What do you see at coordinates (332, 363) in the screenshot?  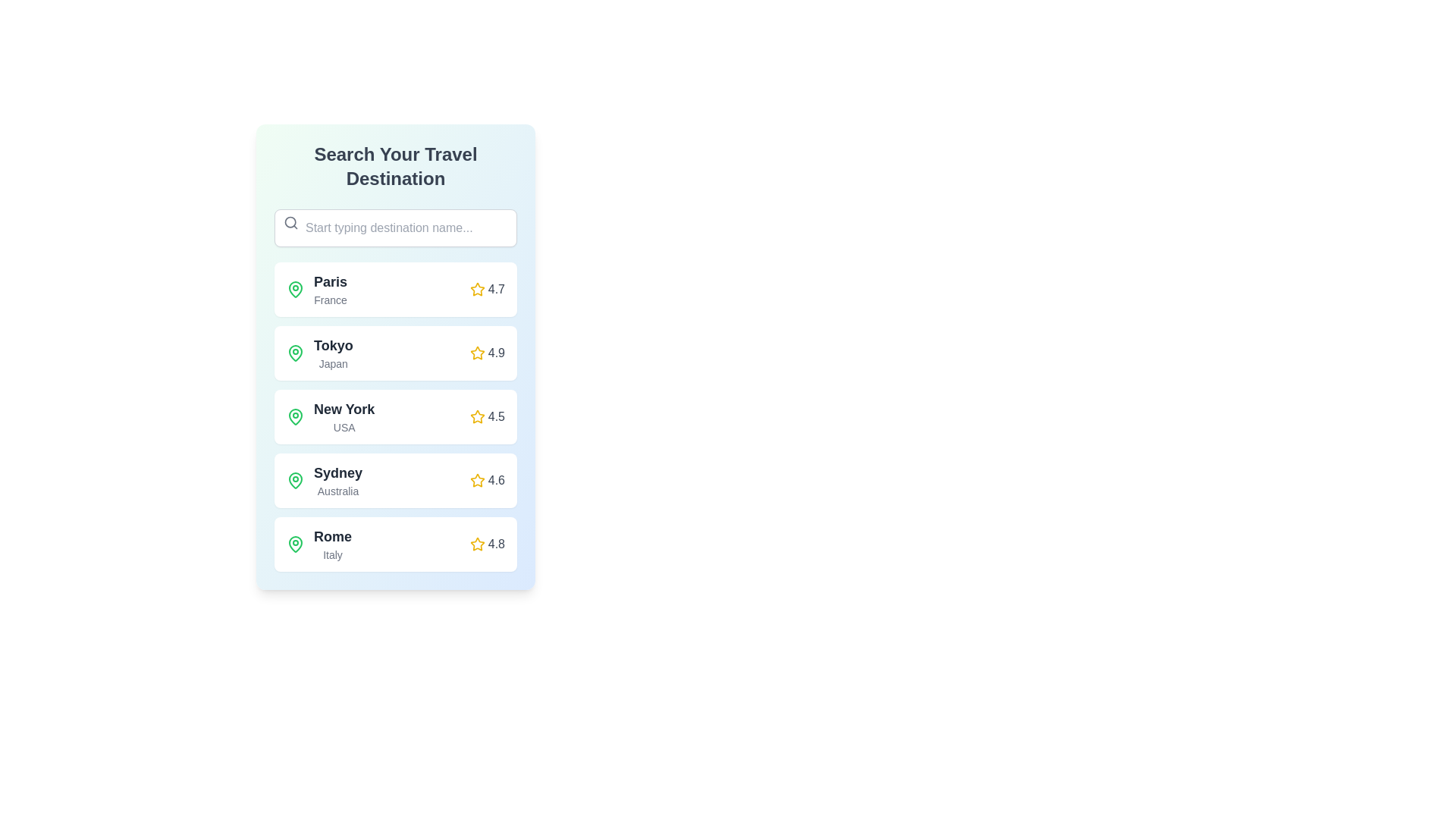 I see `the text label specifying the country 'Japan' associated with the city 'Tokyo', which is located directly below the label 'Tokyo' and to the left of the rating value '4.9' in the card labeled 'Tokyo Japan'` at bounding box center [332, 363].